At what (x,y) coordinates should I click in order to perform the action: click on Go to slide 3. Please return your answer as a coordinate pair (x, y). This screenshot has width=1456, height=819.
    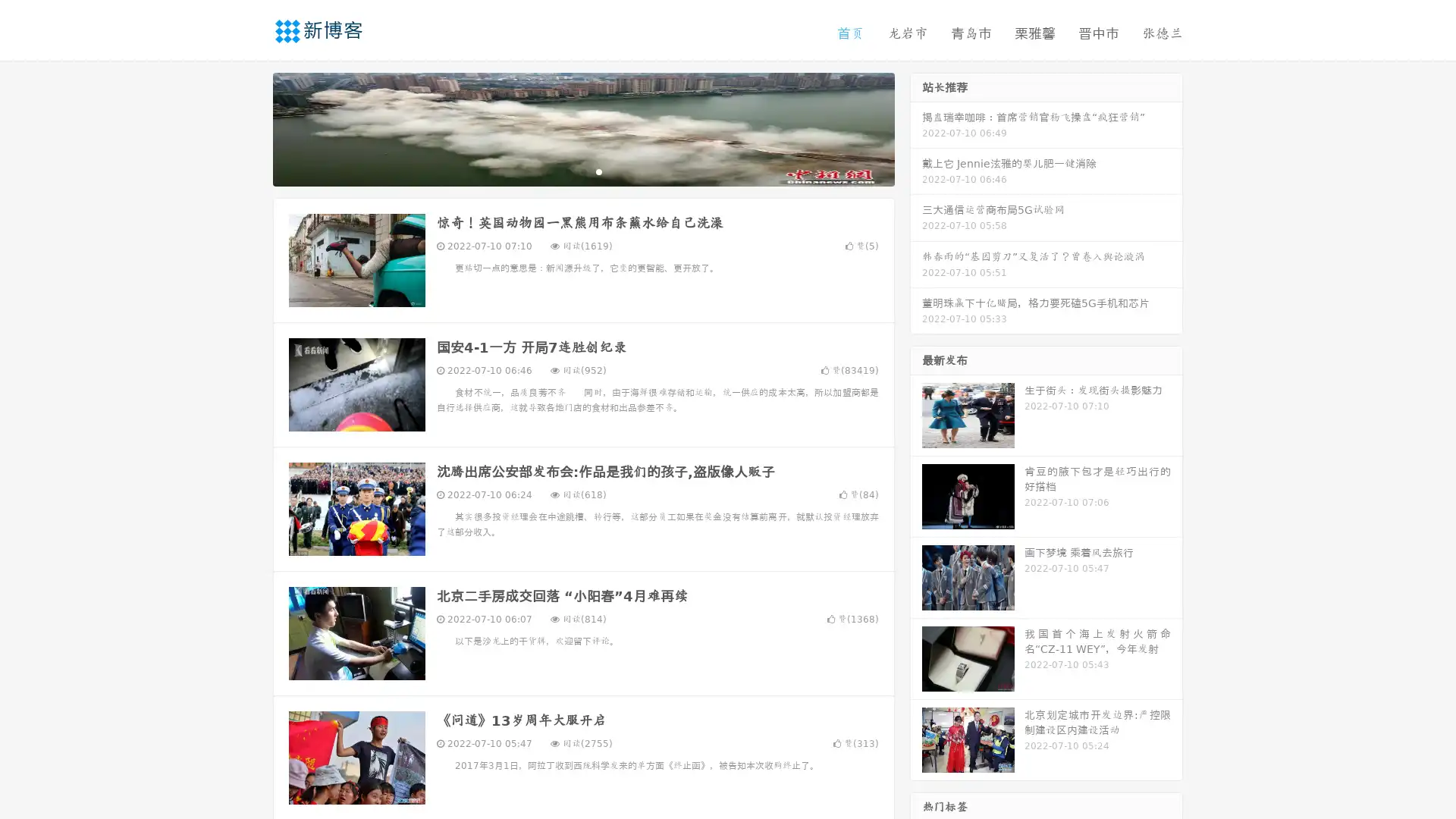
    Looking at the image, I should click on (598, 171).